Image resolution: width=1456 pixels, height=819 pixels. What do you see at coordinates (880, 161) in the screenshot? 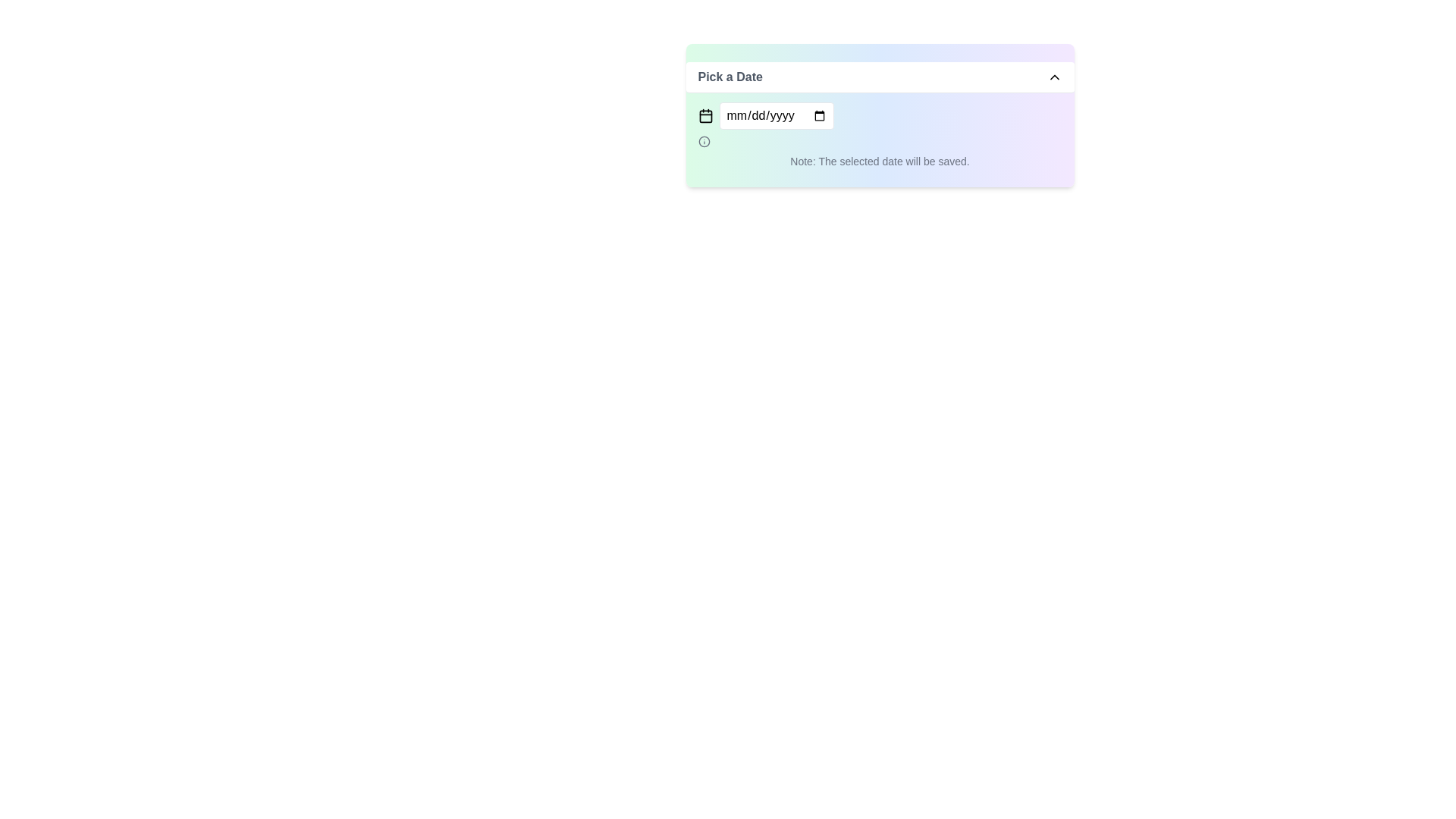
I see `informational text block located at the bottom of the date selection input area, which indicates that the selected date will be stored or utilized` at bounding box center [880, 161].